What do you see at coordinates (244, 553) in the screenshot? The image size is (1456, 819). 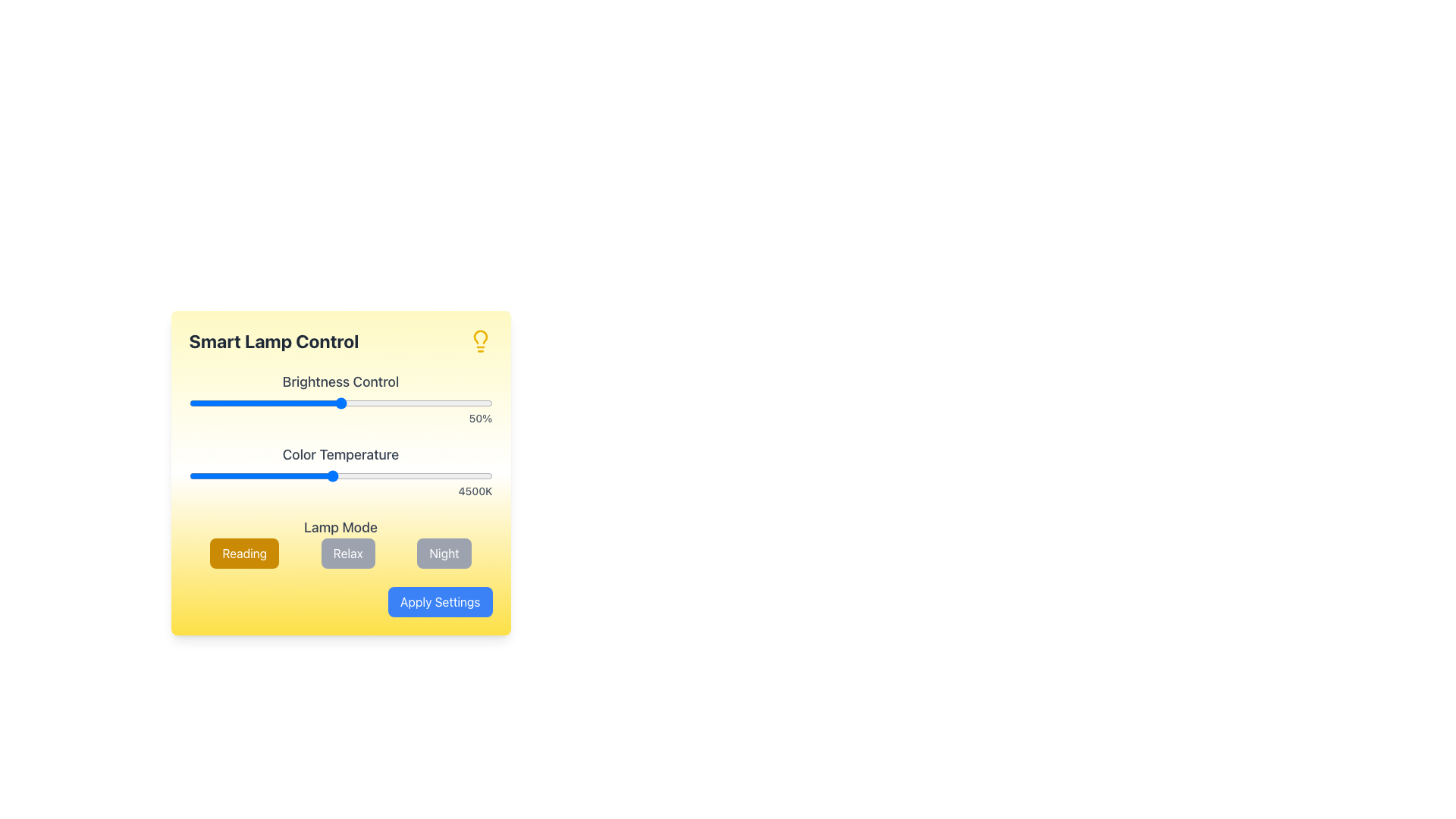 I see `the 'Reading' mode button in the 'Lamp Mode' section` at bounding box center [244, 553].